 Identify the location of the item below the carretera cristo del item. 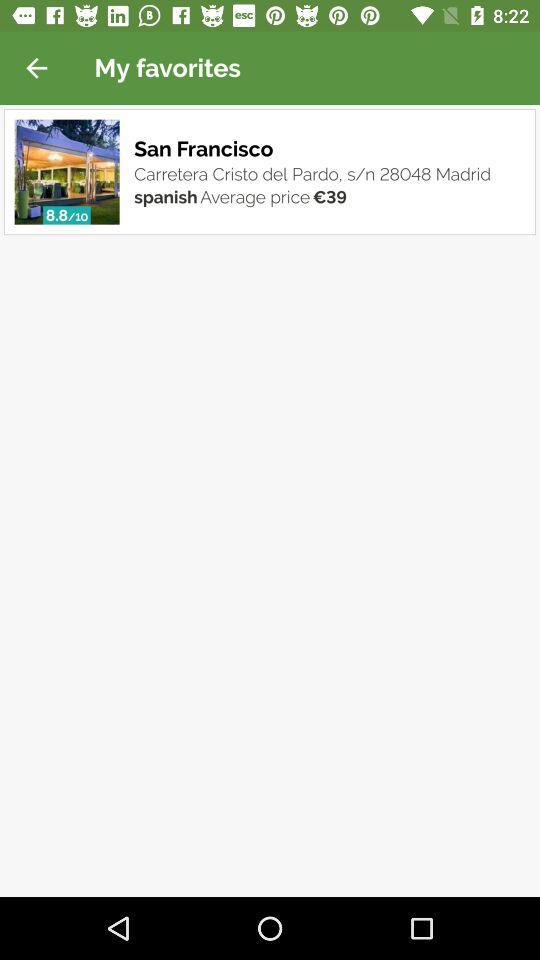
(164, 195).